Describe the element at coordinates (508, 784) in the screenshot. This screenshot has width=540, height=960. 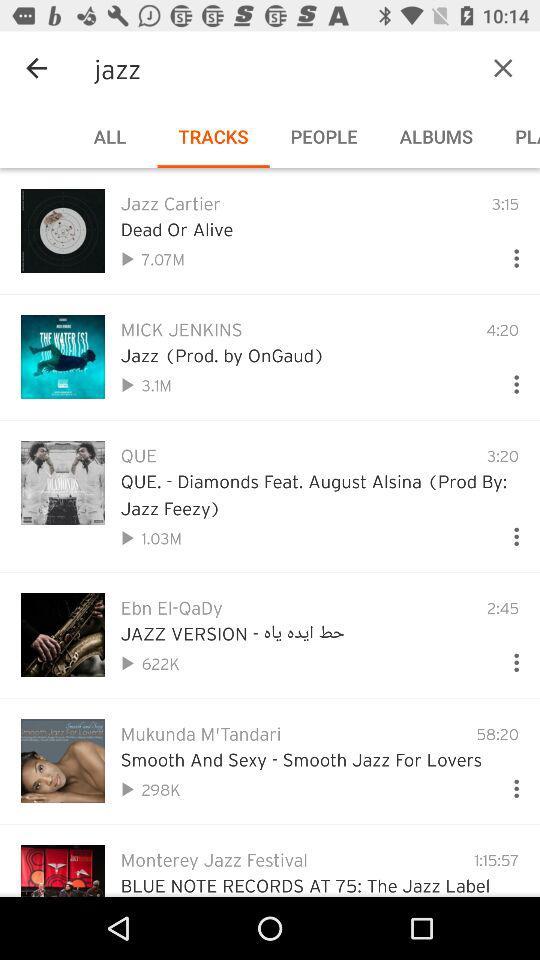
I see `drop down menu` at that location.